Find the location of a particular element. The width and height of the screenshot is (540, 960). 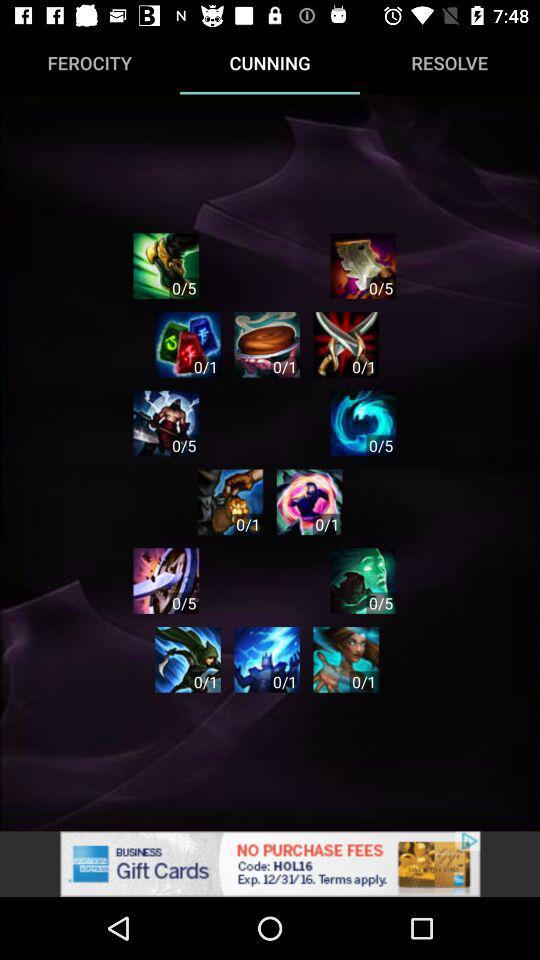

point to a skill is located at coordinates (309, 501).